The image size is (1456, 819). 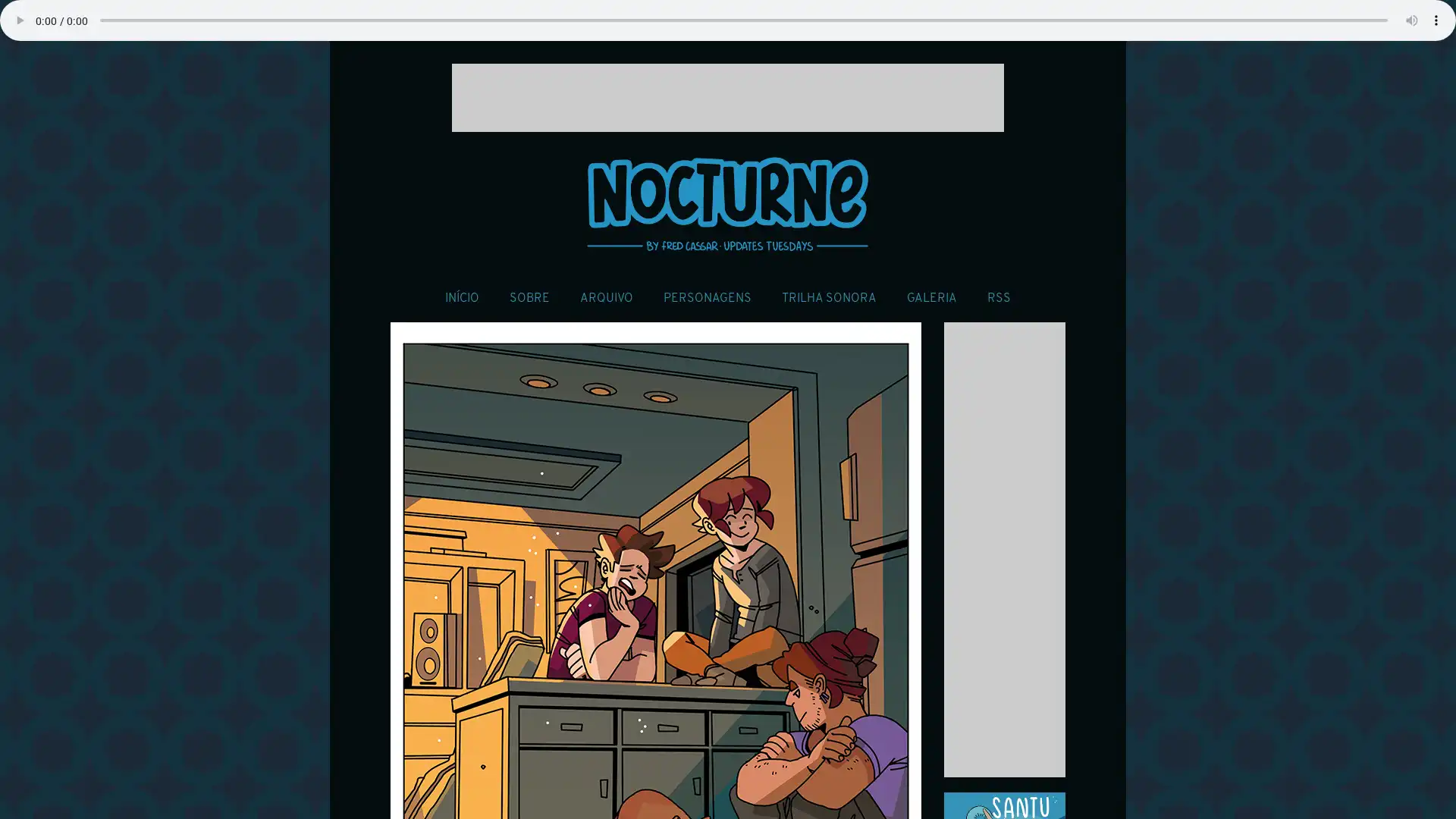 What do you see at coordinates (19, 20) in the screenshot?
I see `play` at bounding box center [19, 20].